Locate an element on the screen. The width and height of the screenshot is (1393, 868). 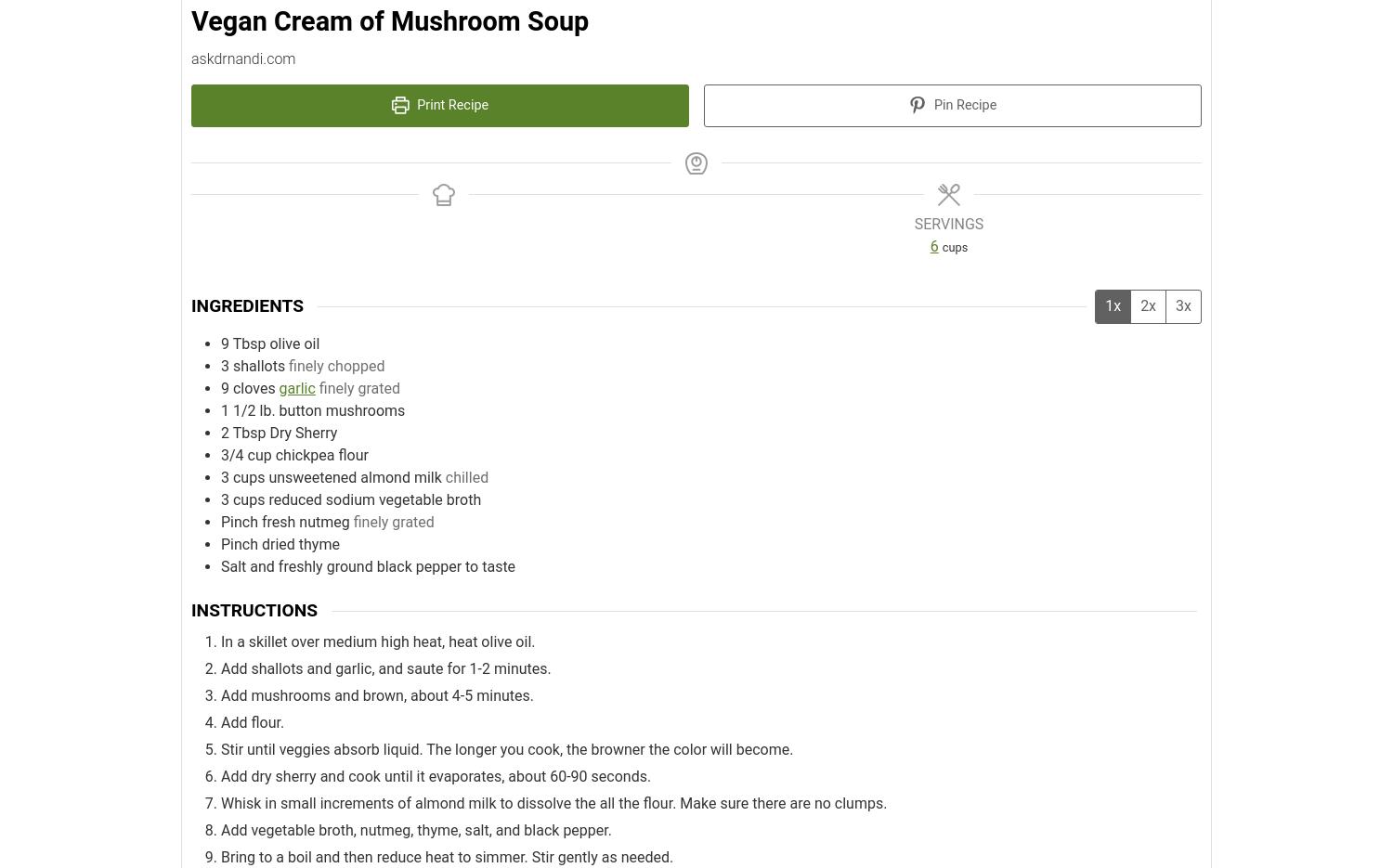
'Add flour.' is located at coordinates (252, 721).